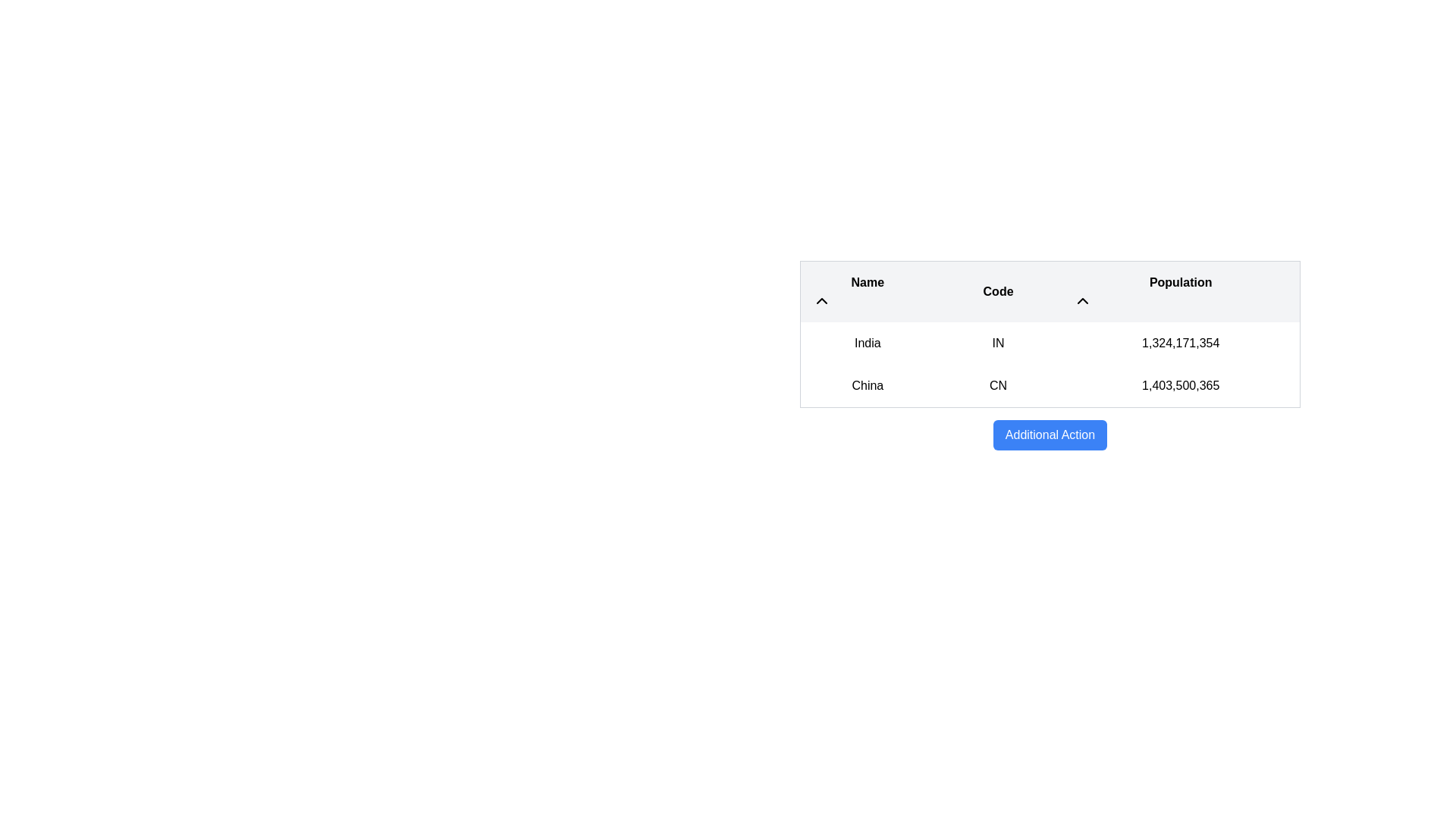 The height and width of the screenshot is (819, 1456). I want to click on the text label 'IN' within the first row of the table under the 'Code' column, which is bold and centered, indicating a country code, so click(998, 343).